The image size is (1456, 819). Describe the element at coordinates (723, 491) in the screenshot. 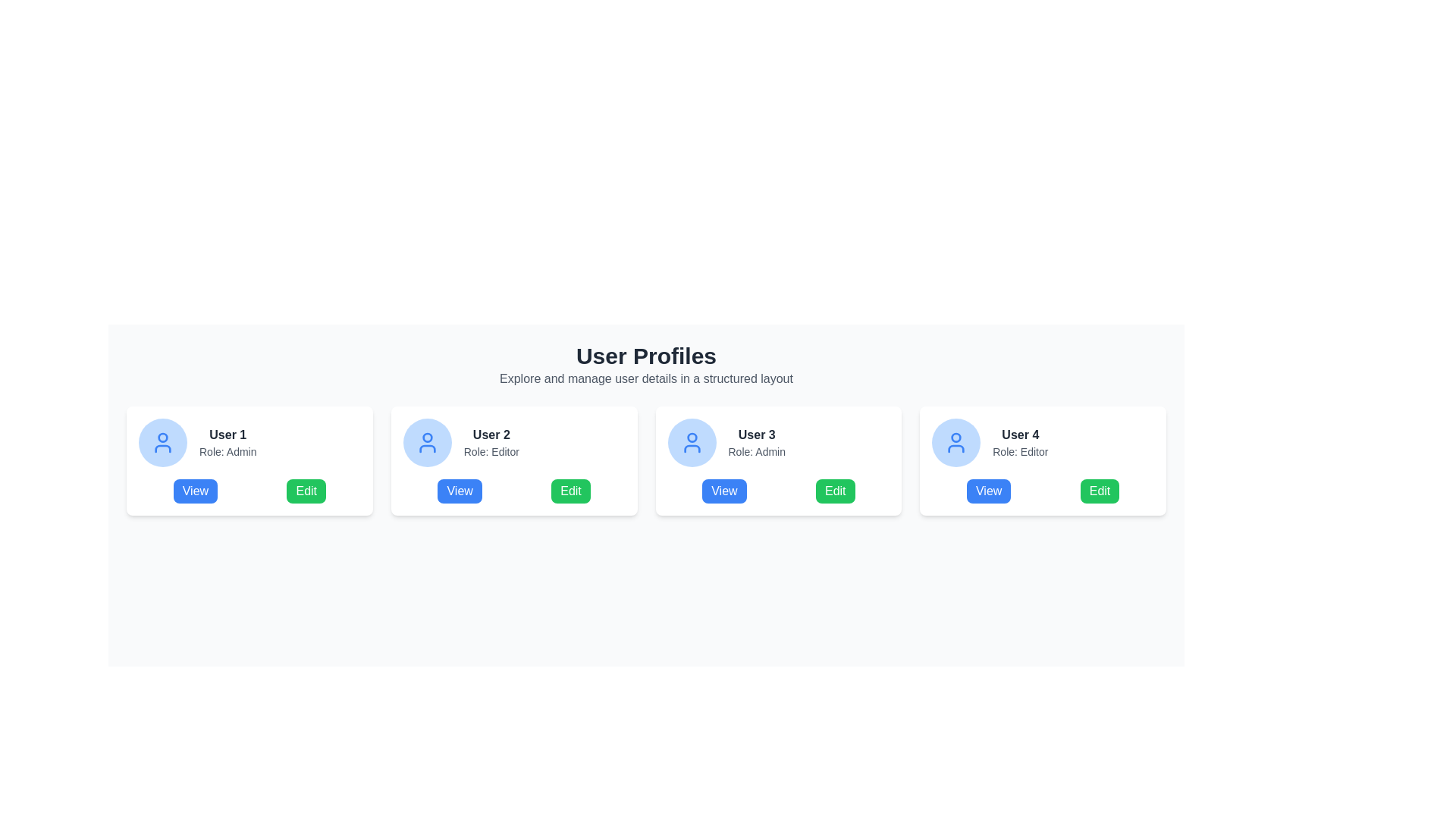

I see `the rectangular button with rounded corners that has a blue background and white text reading 'View', located in the user card for 'User 3: Role: Admin'` at that location.